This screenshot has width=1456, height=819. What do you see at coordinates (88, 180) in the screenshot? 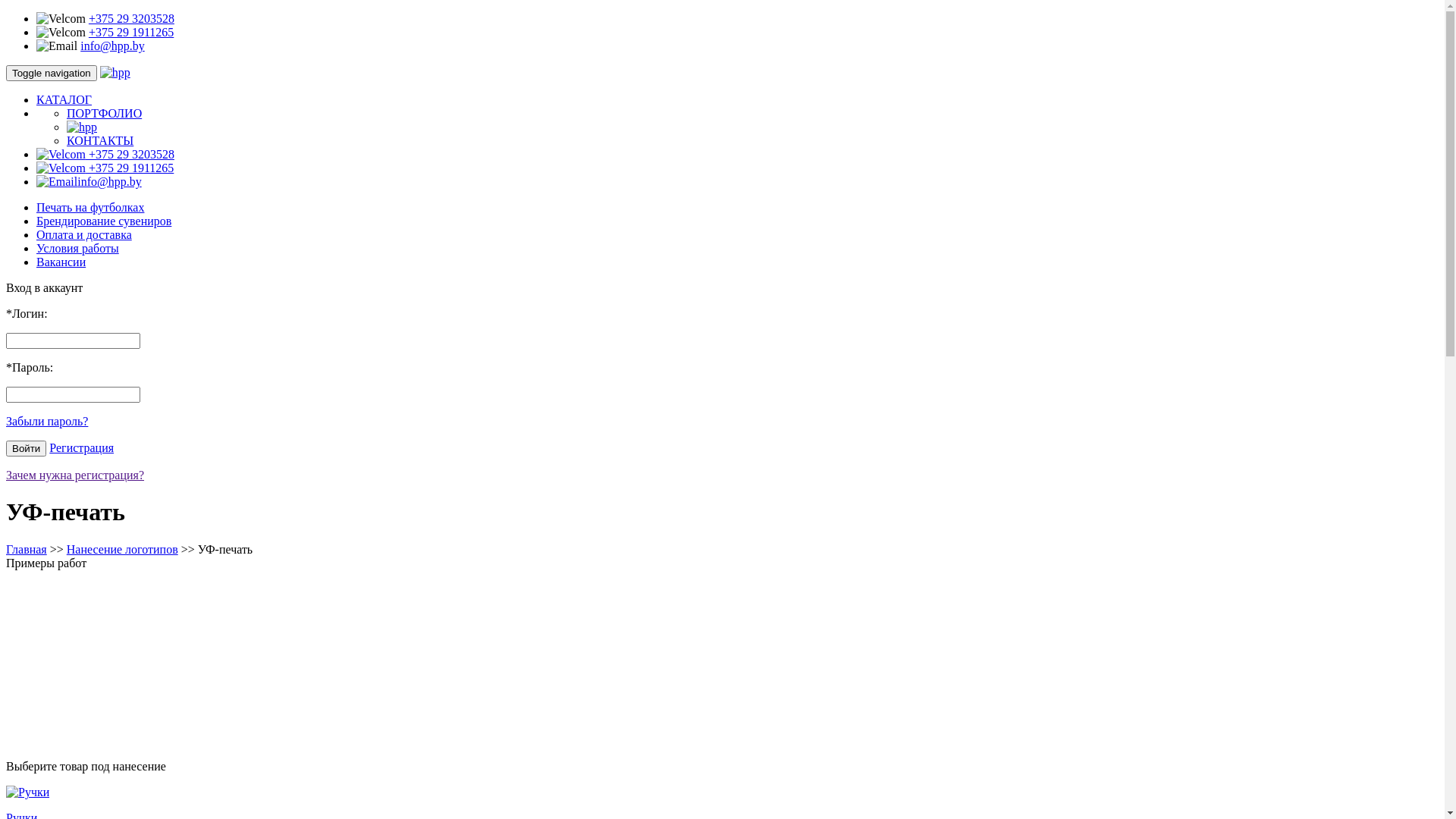
I see `'info@hpp.by'` at bounding box center [88, 180].